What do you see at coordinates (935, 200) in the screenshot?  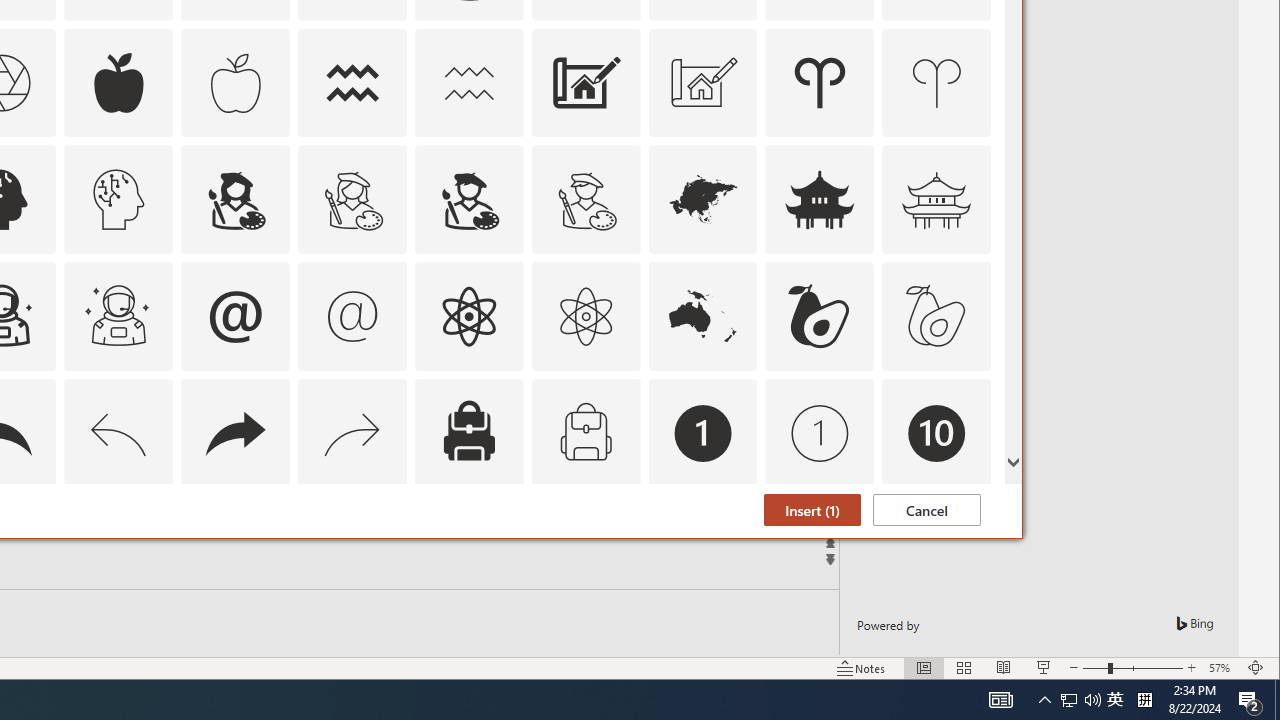 I see `'AutomationID: Icons_AsianTemple_M'` at bounding box center [935, 200].